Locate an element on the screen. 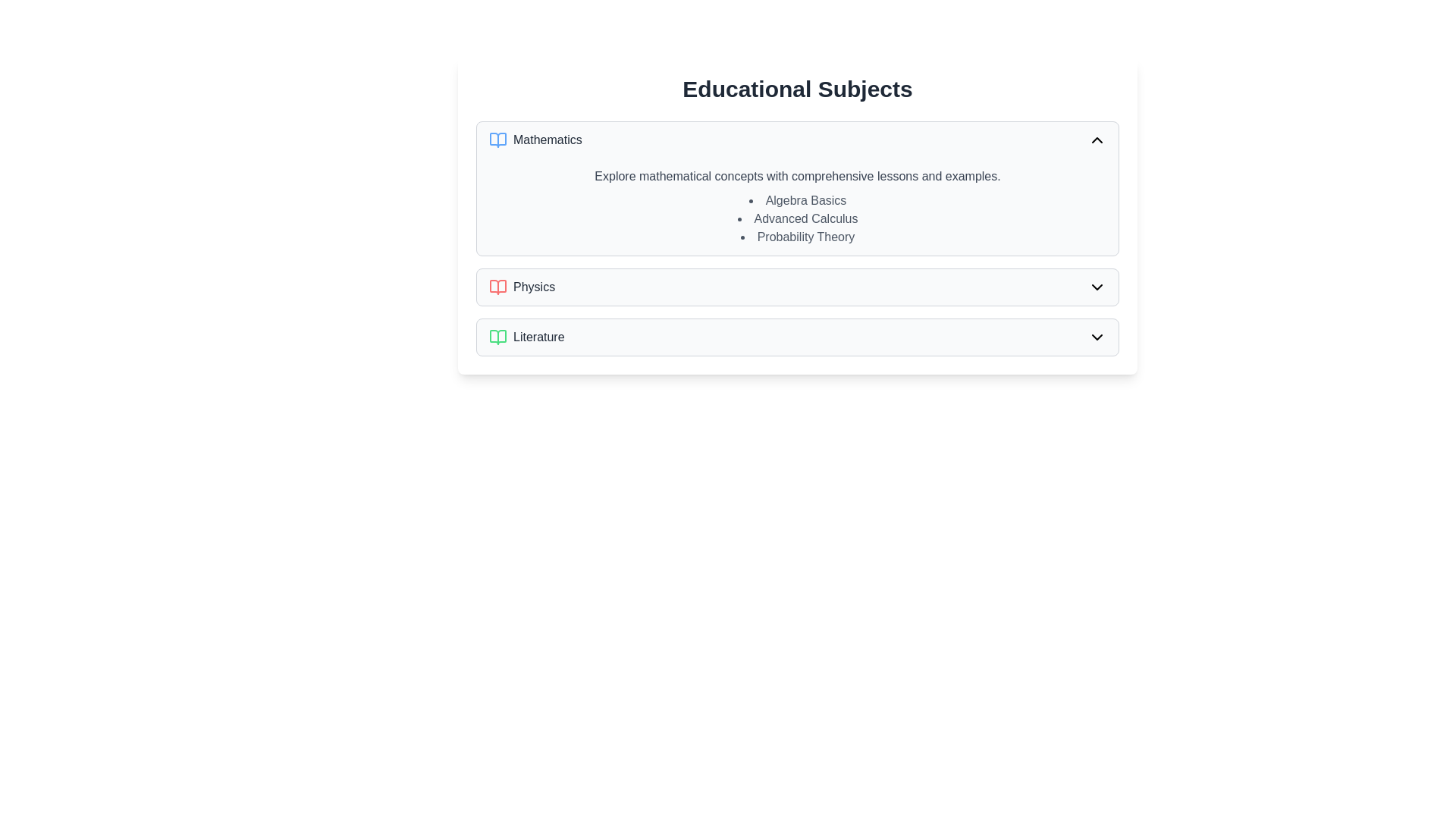 The height and width of the screenshot is (819, 1456). the 'Mathematics' category label located in the top-left corner of the categories list, which includes a downward chevron icon on the right is located at coordinates (535, 140).